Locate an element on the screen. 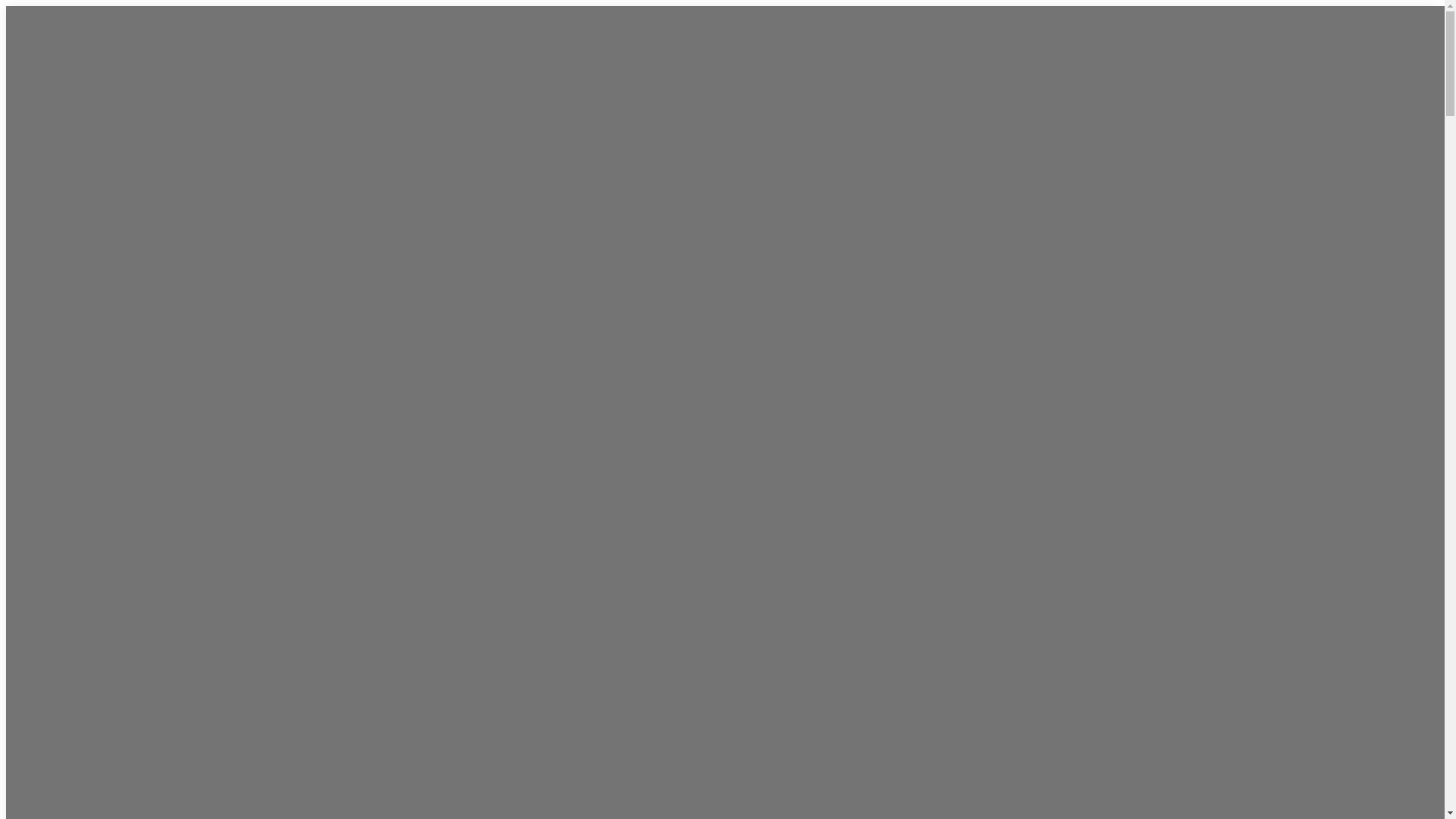  'Land & Environment Court: Fenwick v Woodside Properties' is located at coordinates (724, 667).